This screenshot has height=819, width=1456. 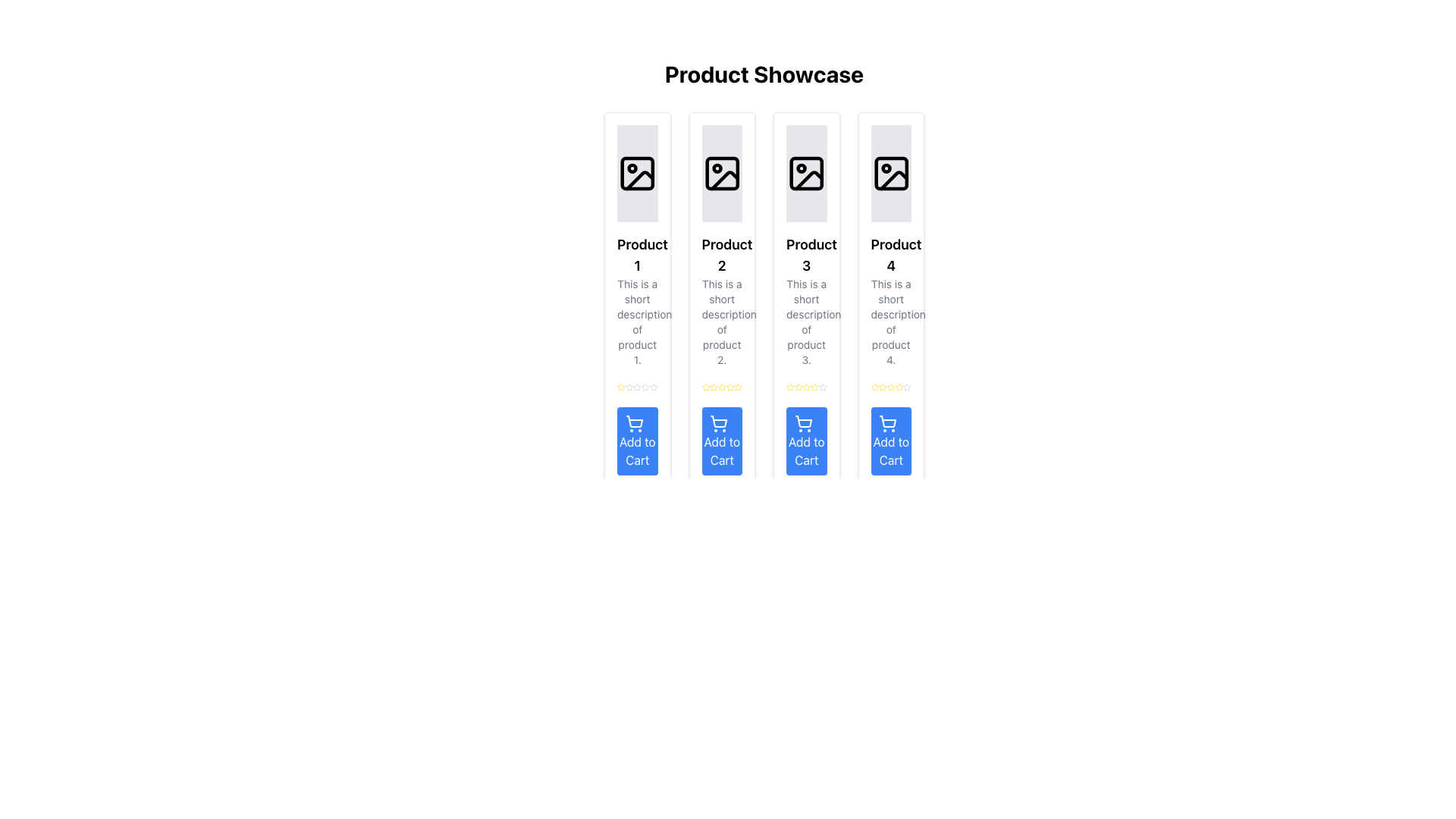 I want to click on the 'Add to Cart' button for 'Product 2', so click(x=721, y=441).